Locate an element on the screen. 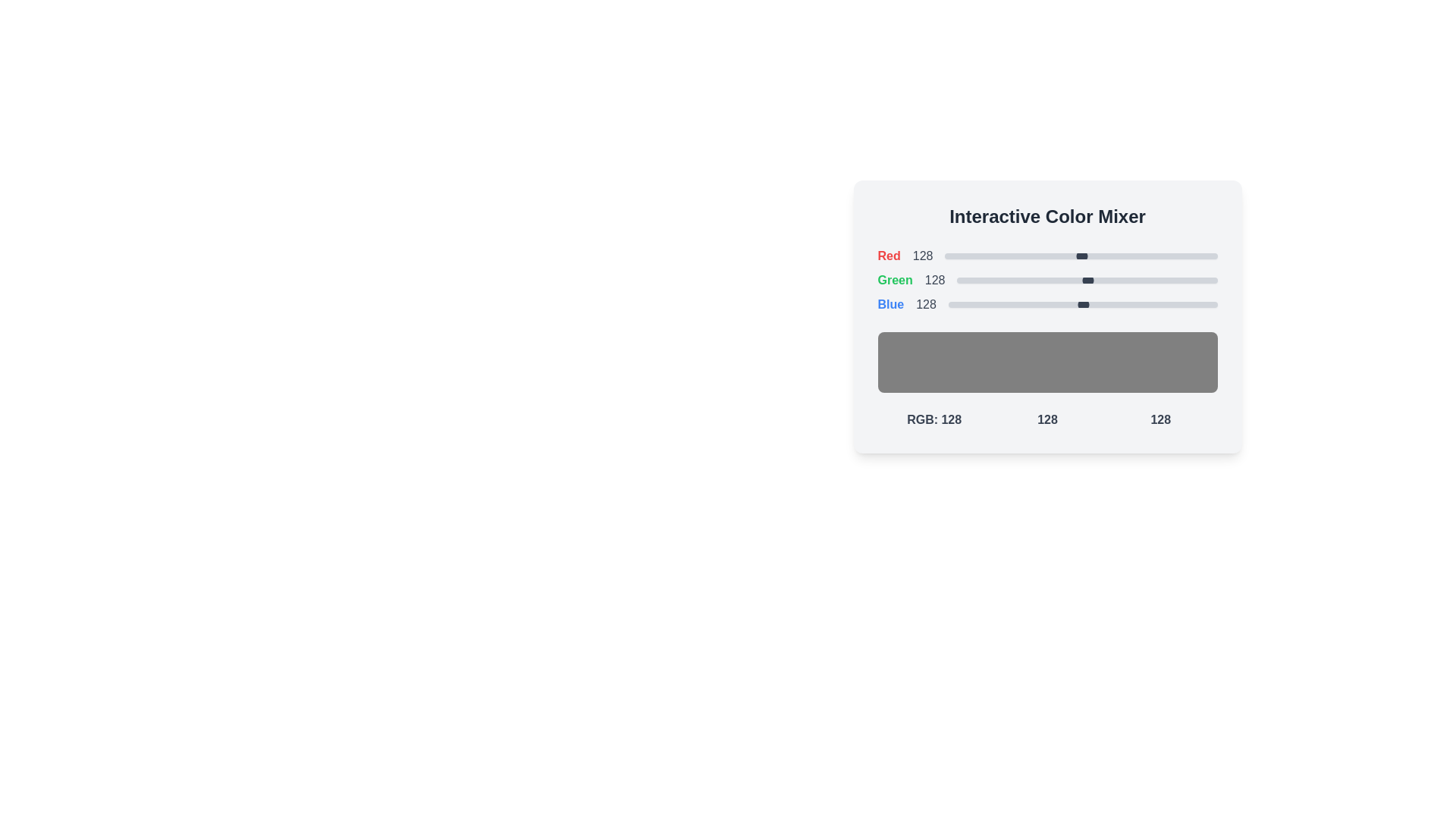 The height and width of the screenshot is (819, 1456). the visual display area, which is a mid-gray rectangular area with rounded corners located below the RGB sliders and above the RGB values display is located at coordinates (1046, 362).